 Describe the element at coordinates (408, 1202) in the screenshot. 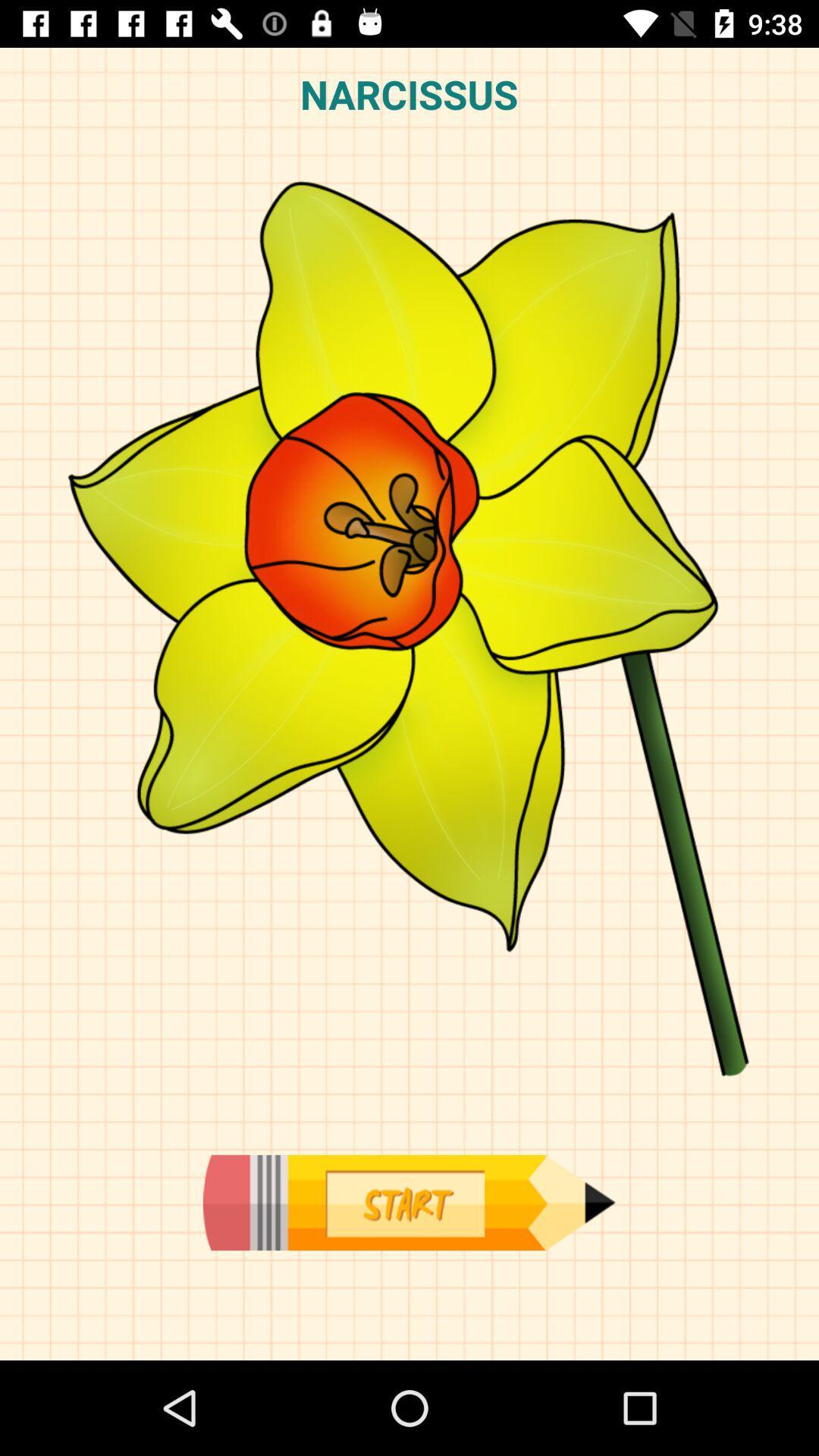

I see `start now` at that location.